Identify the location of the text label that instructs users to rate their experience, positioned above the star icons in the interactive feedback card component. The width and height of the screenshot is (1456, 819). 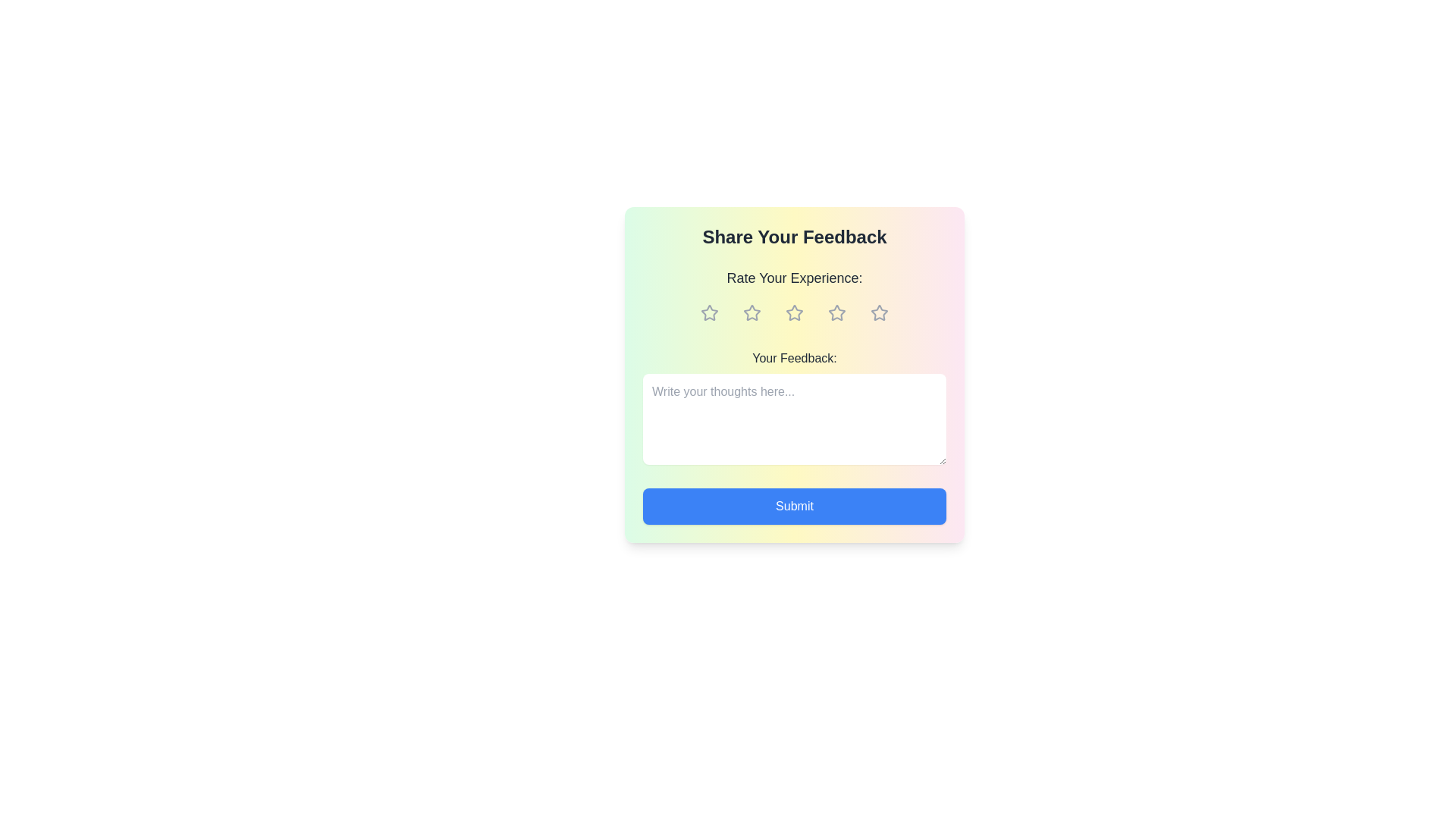
(793, 278).